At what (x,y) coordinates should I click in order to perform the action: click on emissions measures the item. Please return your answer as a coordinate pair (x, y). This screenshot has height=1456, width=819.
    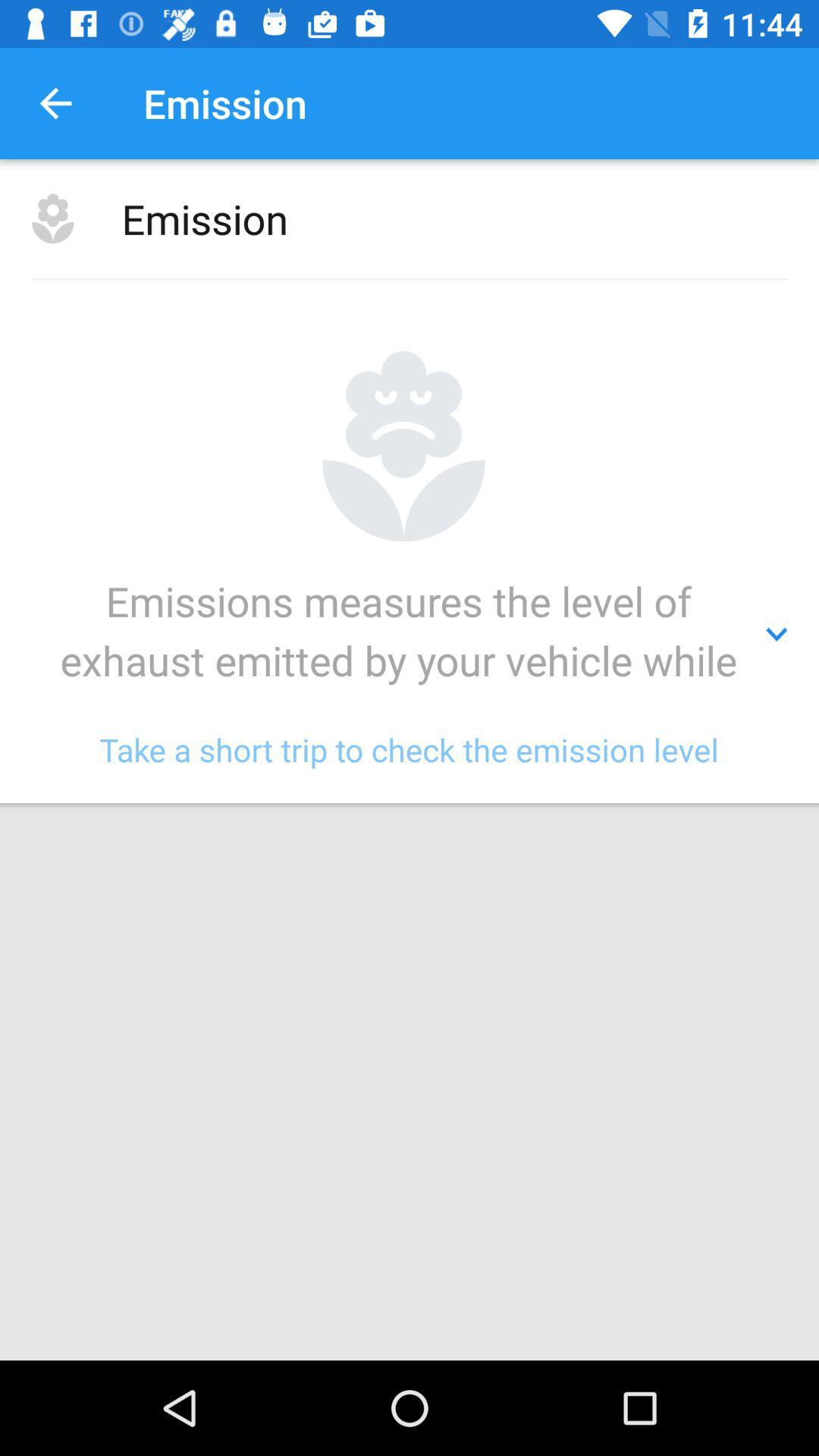
    Looking at the image, I should click on (409, 634).